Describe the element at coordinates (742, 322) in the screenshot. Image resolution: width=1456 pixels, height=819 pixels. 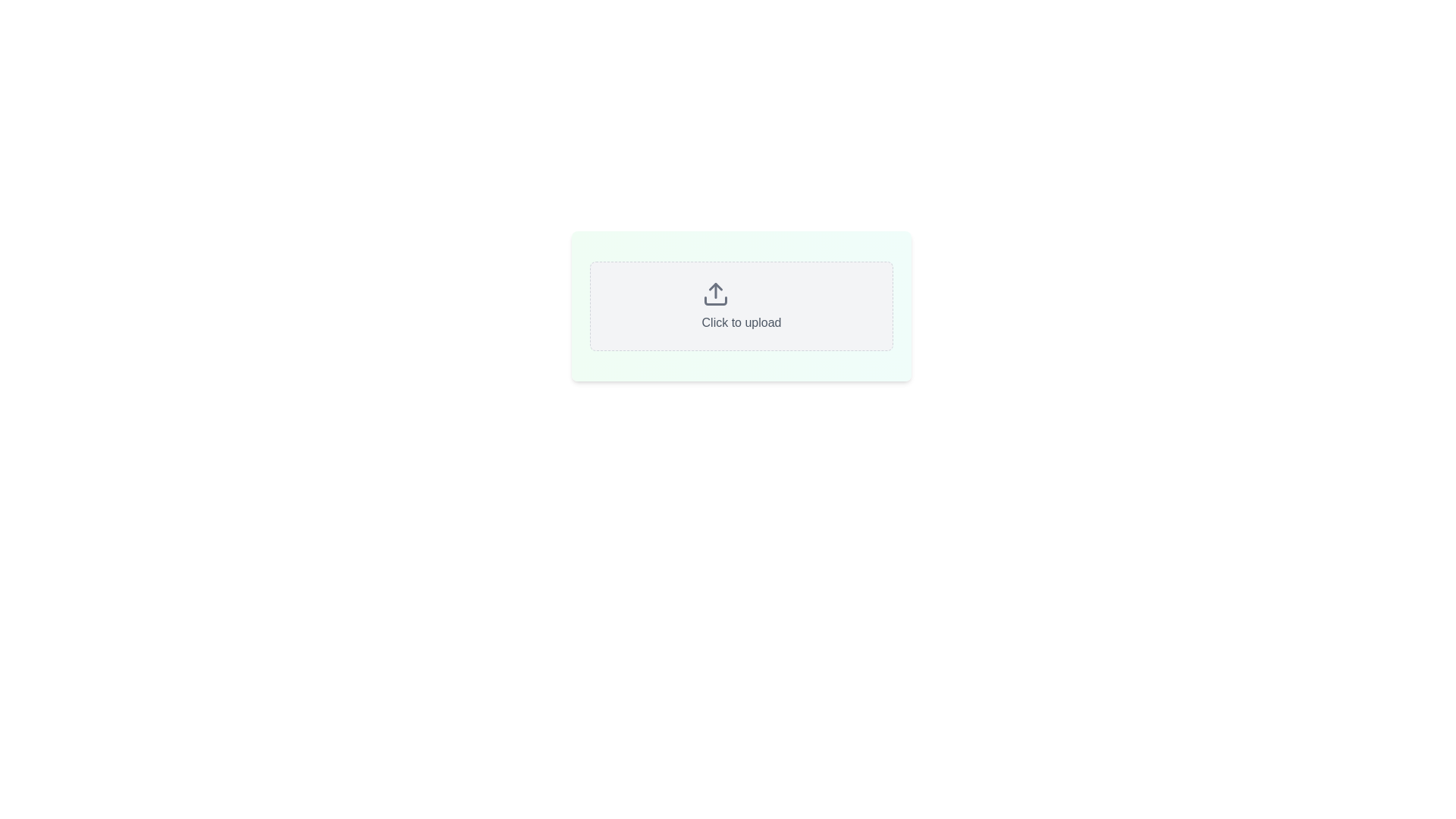
I see `the 'Click to upload' text label located centrally below the upload icon` at that location.